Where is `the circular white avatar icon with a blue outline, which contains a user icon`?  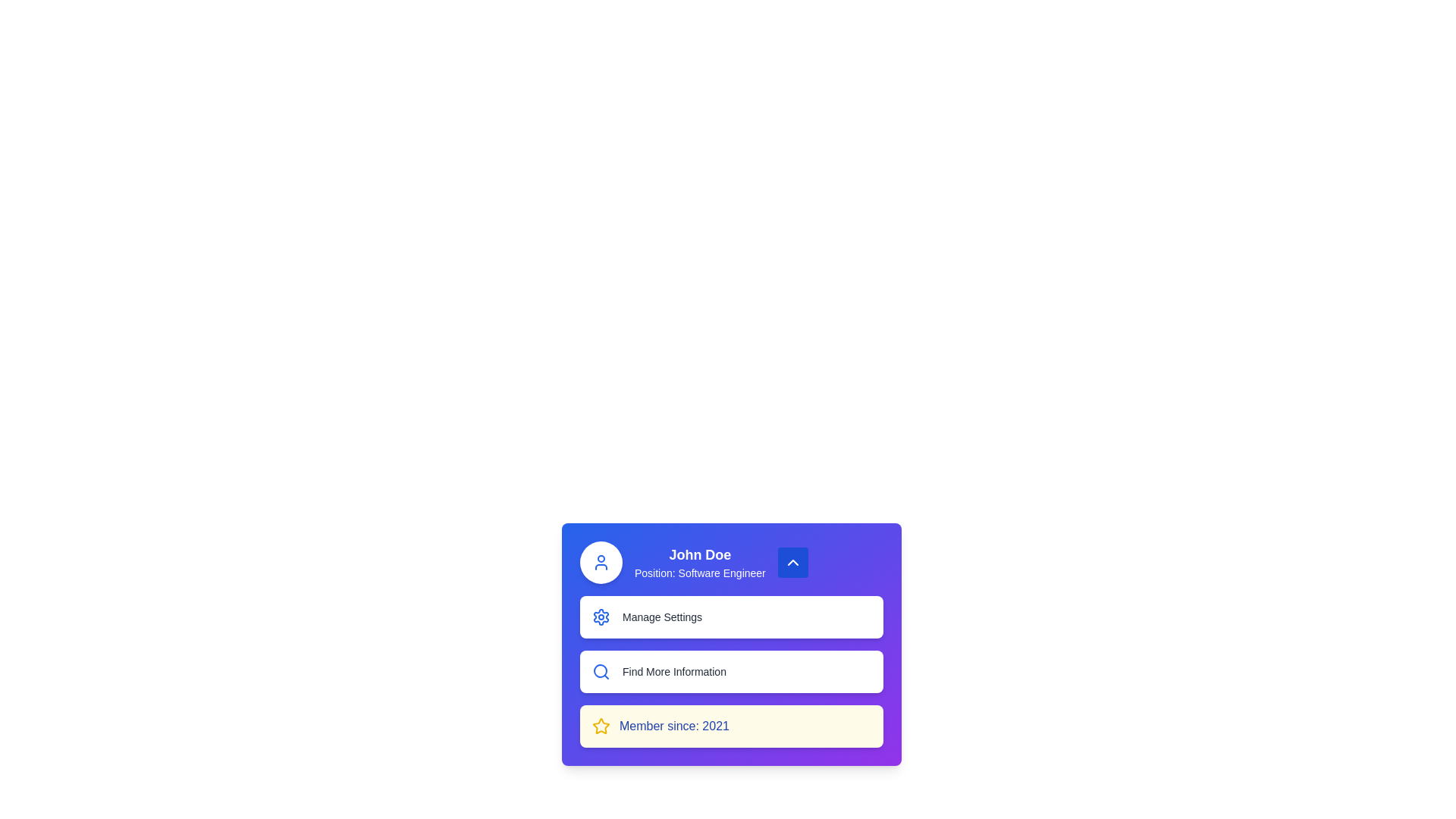 the circular white avatar icon with a blue outline, which contains a user icon is located at coordinates (600, 562).